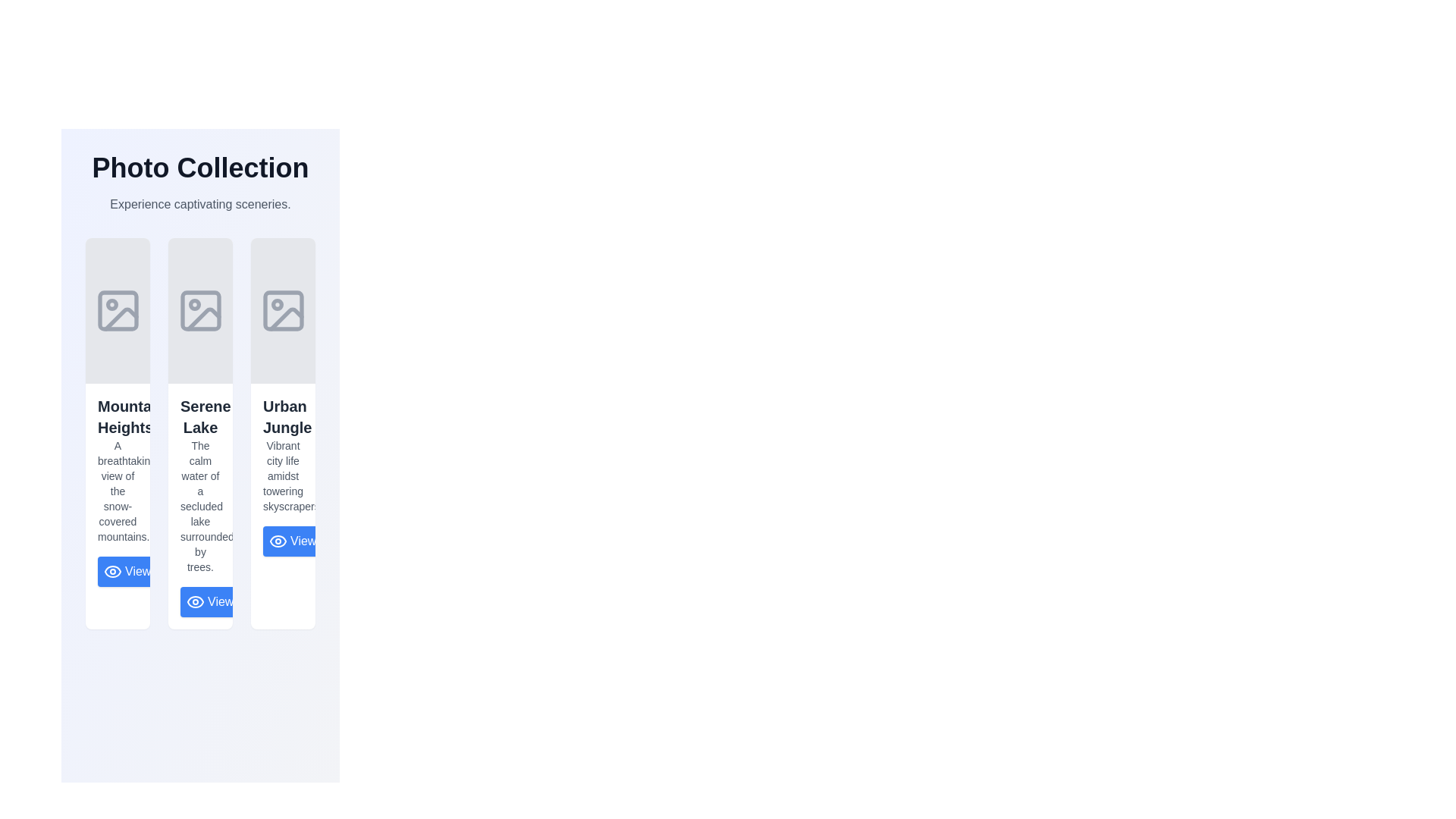  What do you see at coordinates (111, 571) in the screenshot?
I see `the SVG icon representing the 'view' action located within the 'View' button of the first card titled 'Mountain Heights'` at bounding box center [111, 571].